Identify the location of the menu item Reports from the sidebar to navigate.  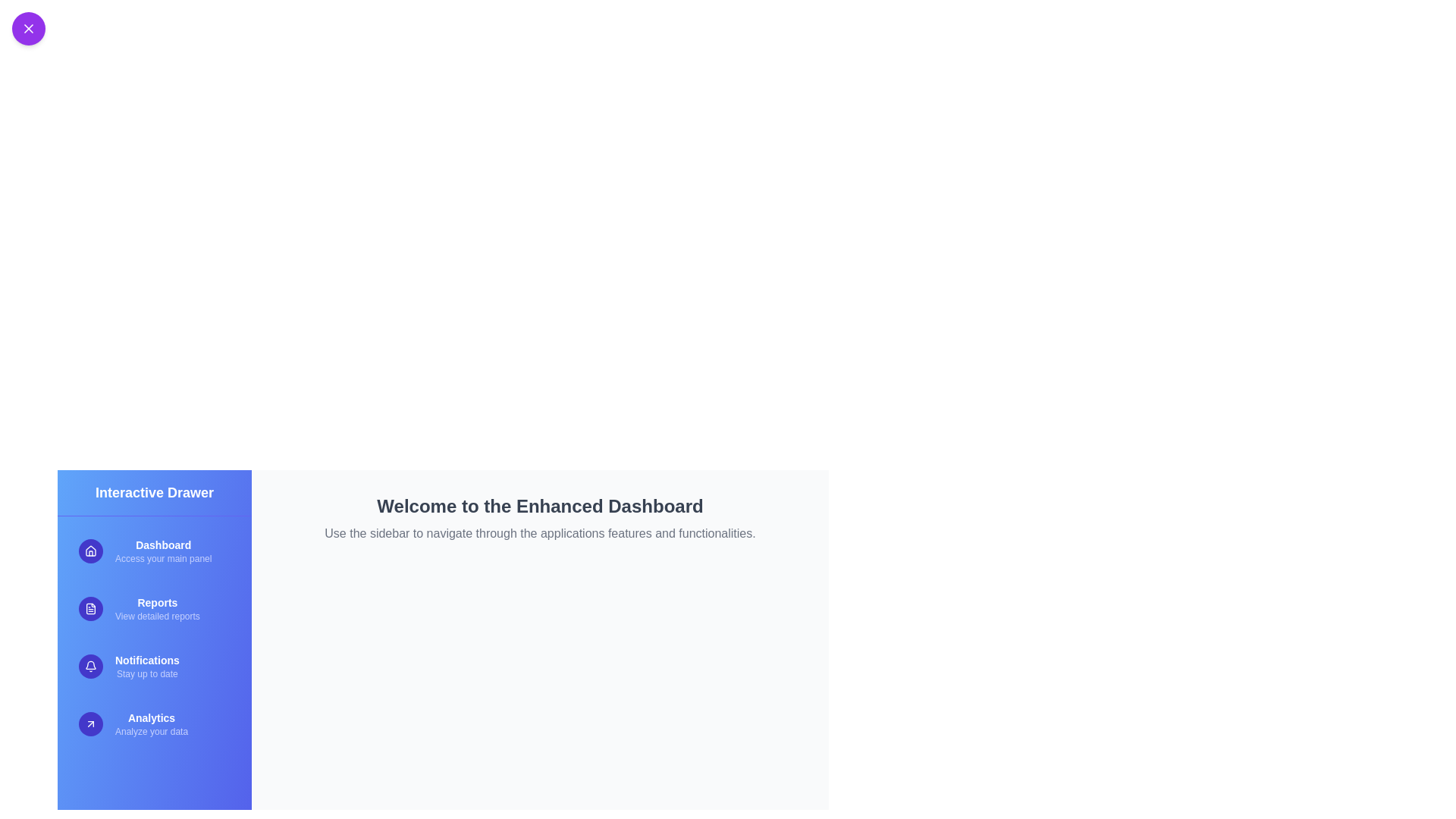
(154, 607).